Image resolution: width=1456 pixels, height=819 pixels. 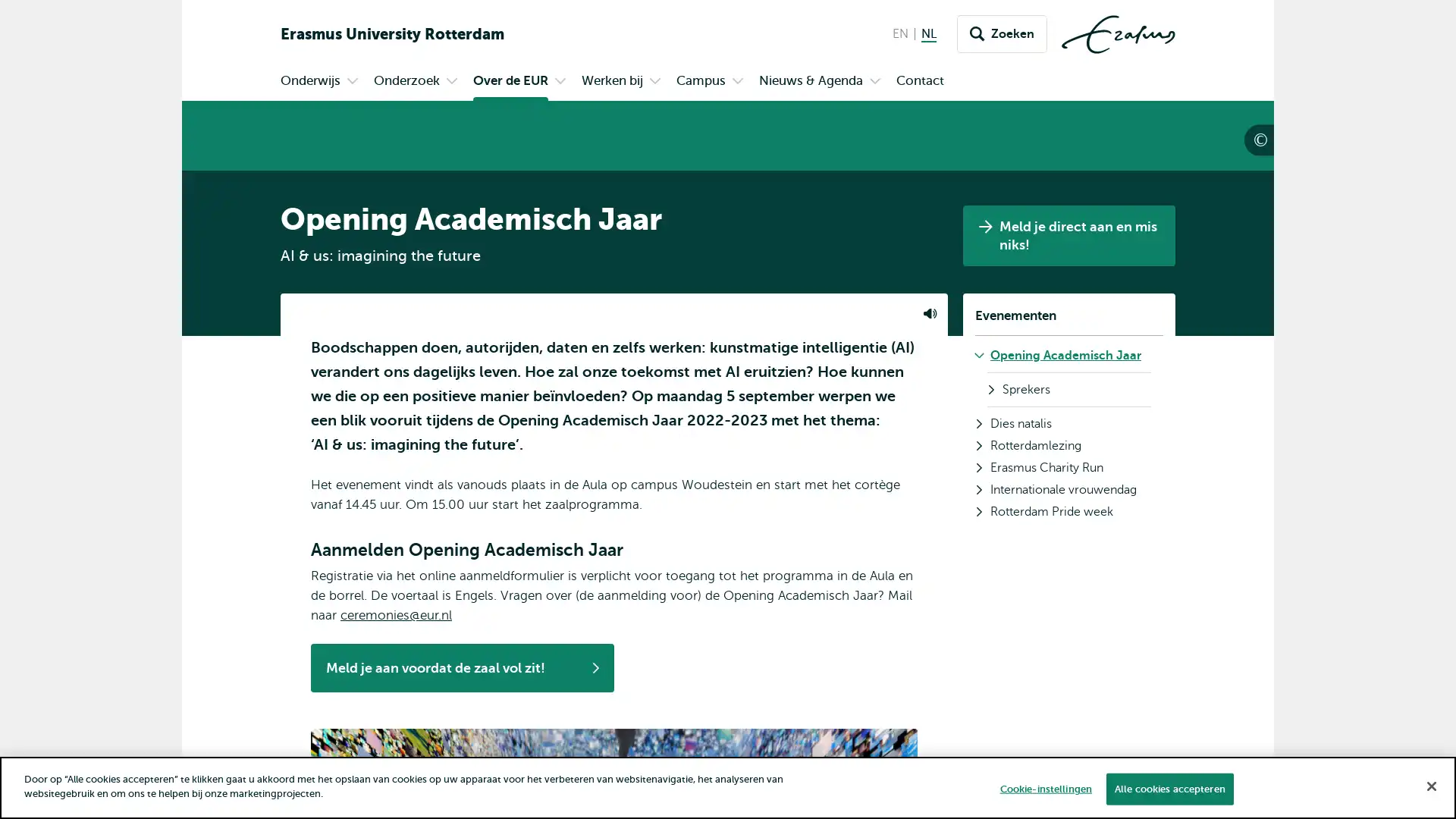 What do you see at coordinates (738, 82) in the screenshot?
I see `Open submenu` at bounding box center [738, 82].